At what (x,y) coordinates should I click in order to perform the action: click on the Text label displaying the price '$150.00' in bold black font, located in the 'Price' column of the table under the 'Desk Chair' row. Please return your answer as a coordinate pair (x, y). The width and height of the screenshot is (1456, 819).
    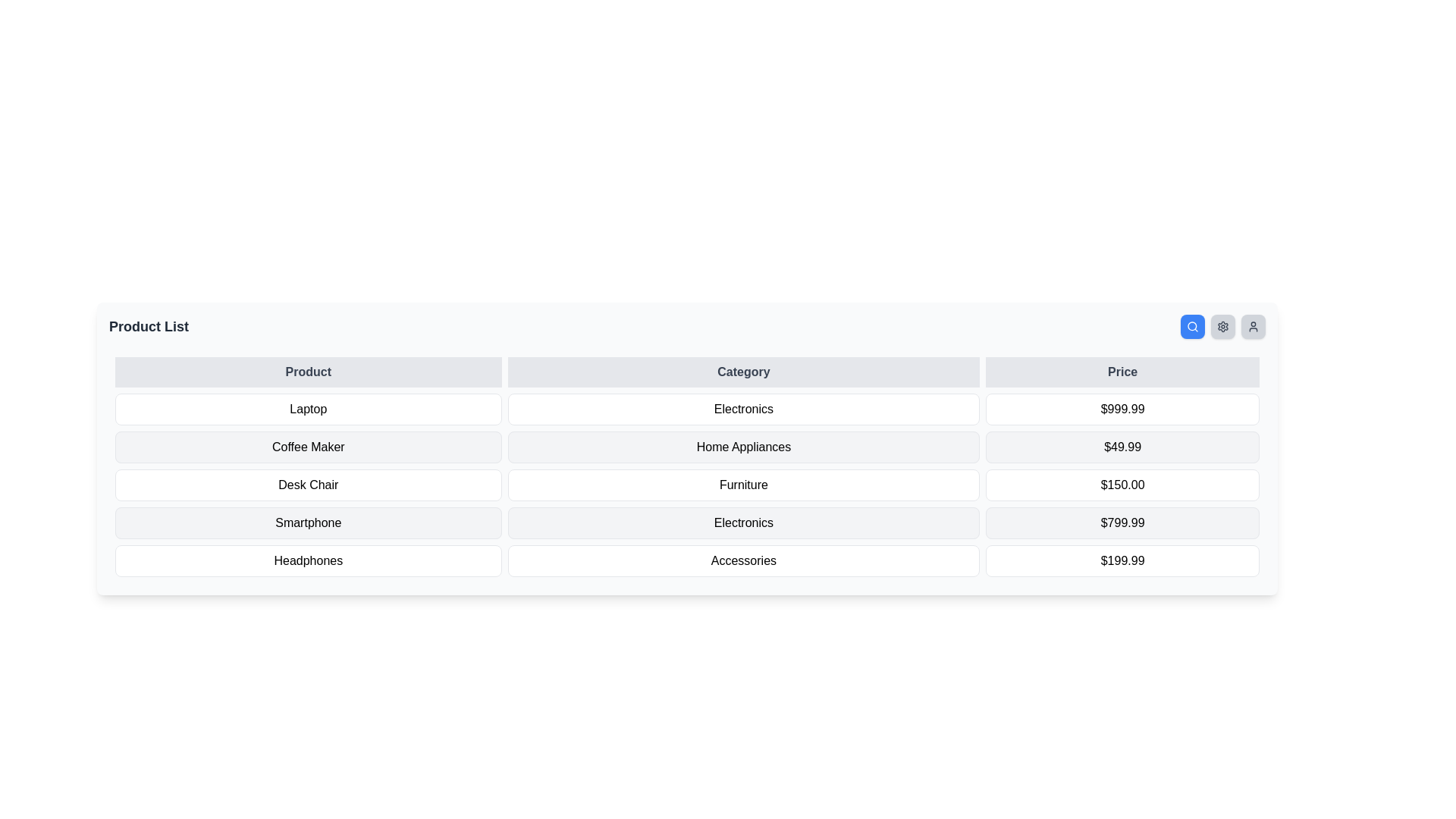
    Looking at the image, I should click on (1122, 485).